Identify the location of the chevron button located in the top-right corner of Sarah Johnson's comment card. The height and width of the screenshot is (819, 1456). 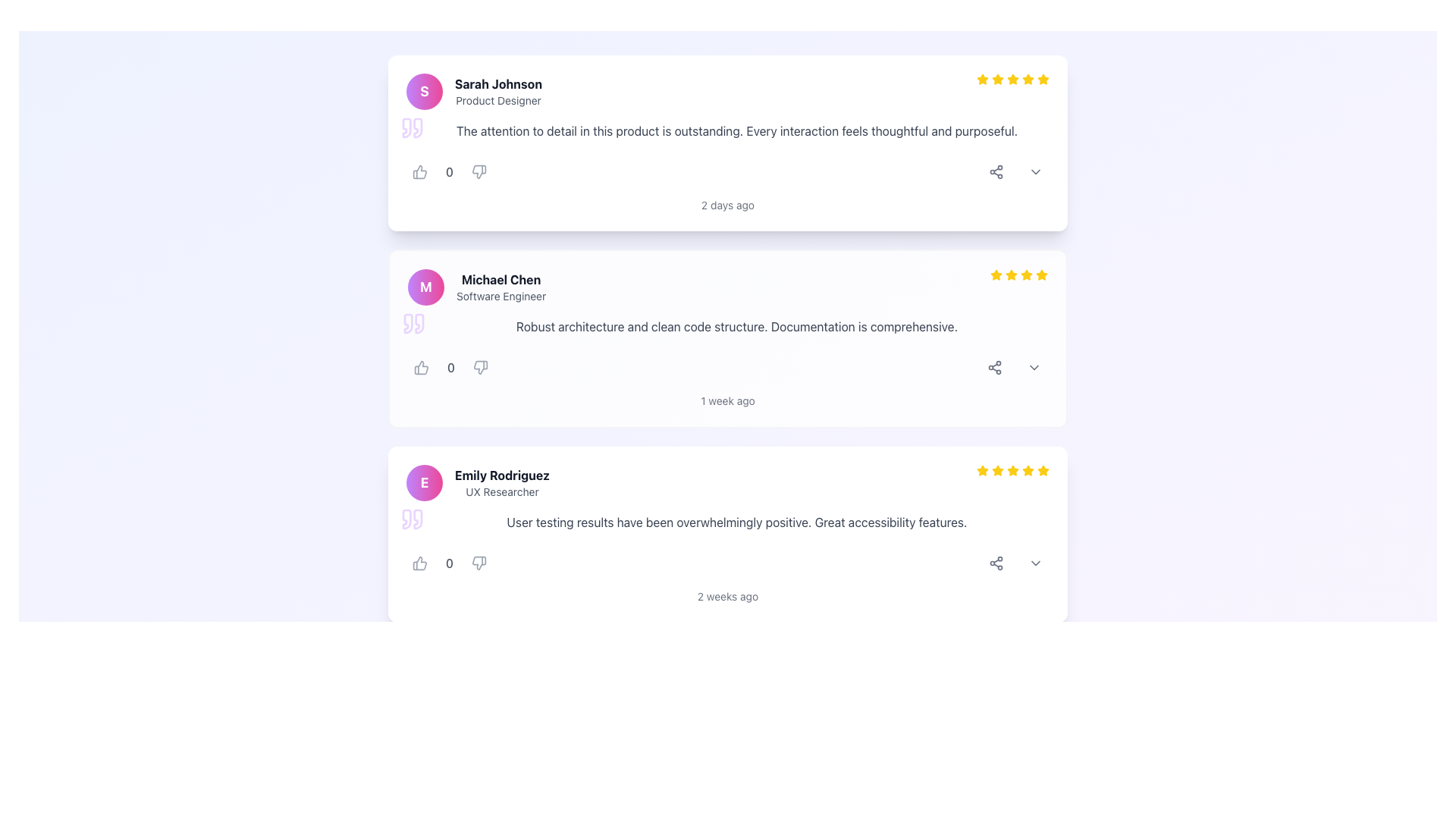
(1035, 171).